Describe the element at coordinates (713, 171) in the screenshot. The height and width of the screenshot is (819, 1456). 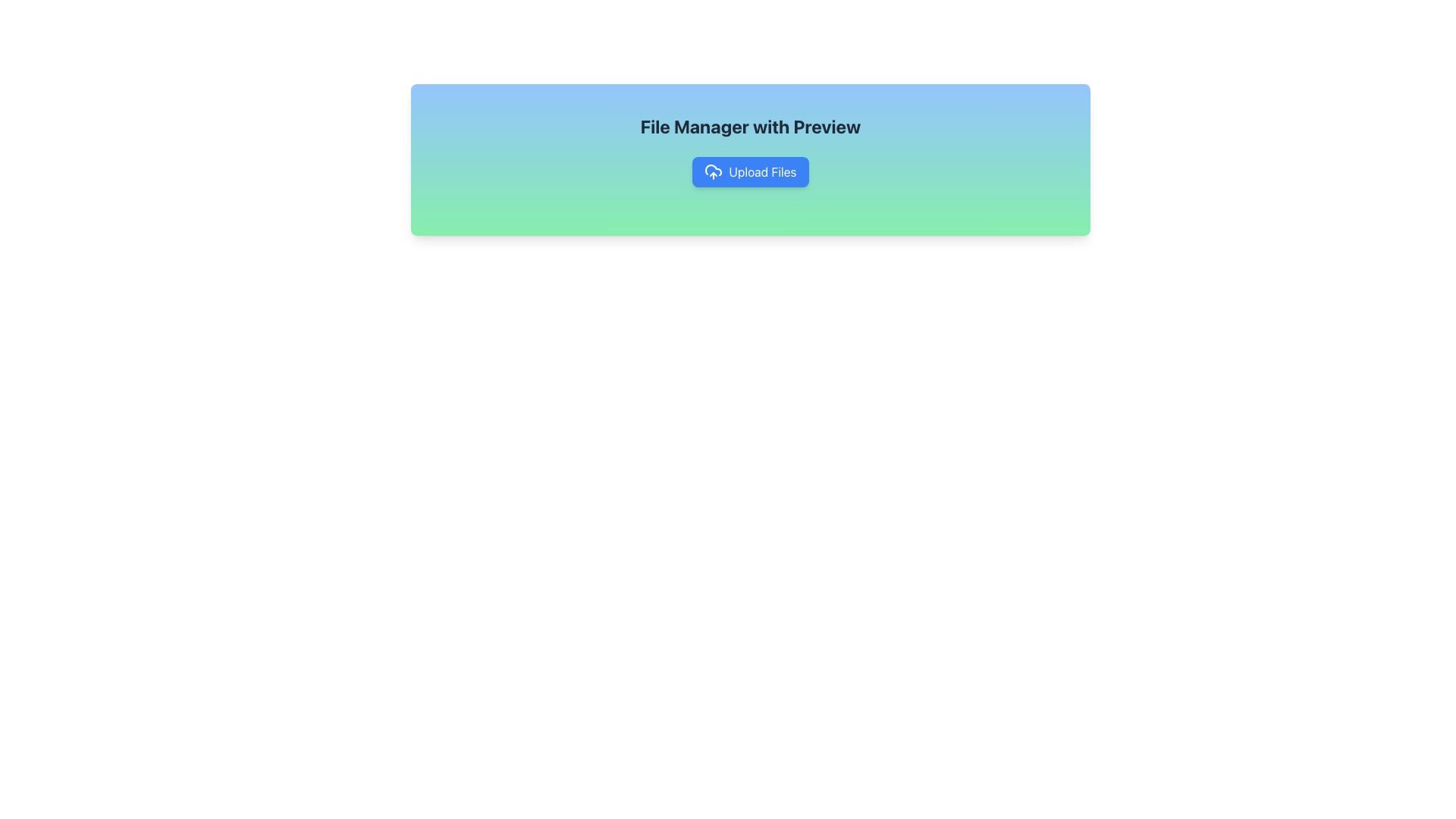
I see `the cloud icon with an upward arrow located within the 'Upload Files' button, which is centered below the 'File Manager with Preview' title` at that location.